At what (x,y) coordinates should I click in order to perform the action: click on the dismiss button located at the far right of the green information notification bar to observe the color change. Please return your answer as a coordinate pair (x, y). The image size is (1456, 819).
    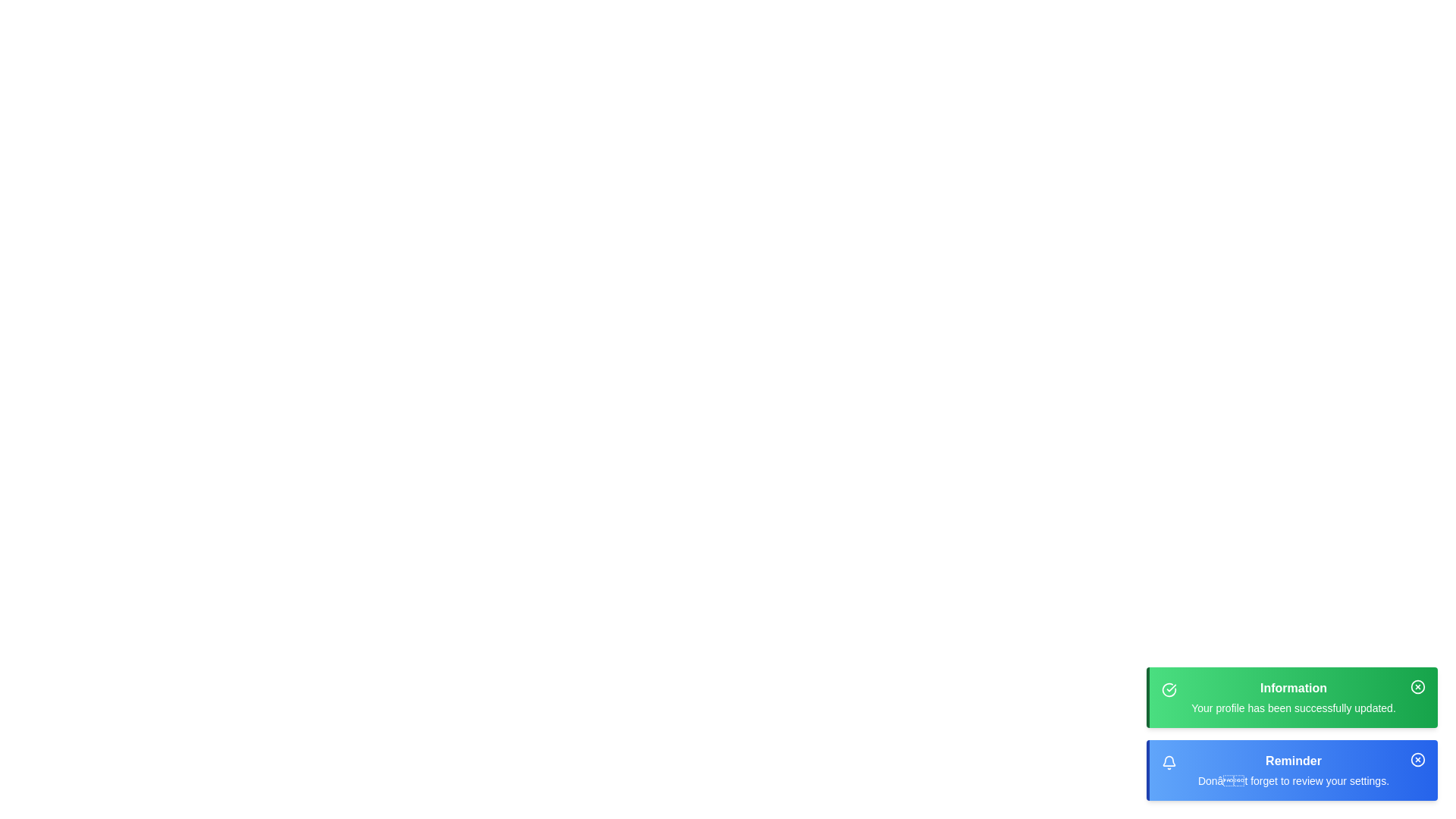
    Looking at the image, I should click on (1417, 687).